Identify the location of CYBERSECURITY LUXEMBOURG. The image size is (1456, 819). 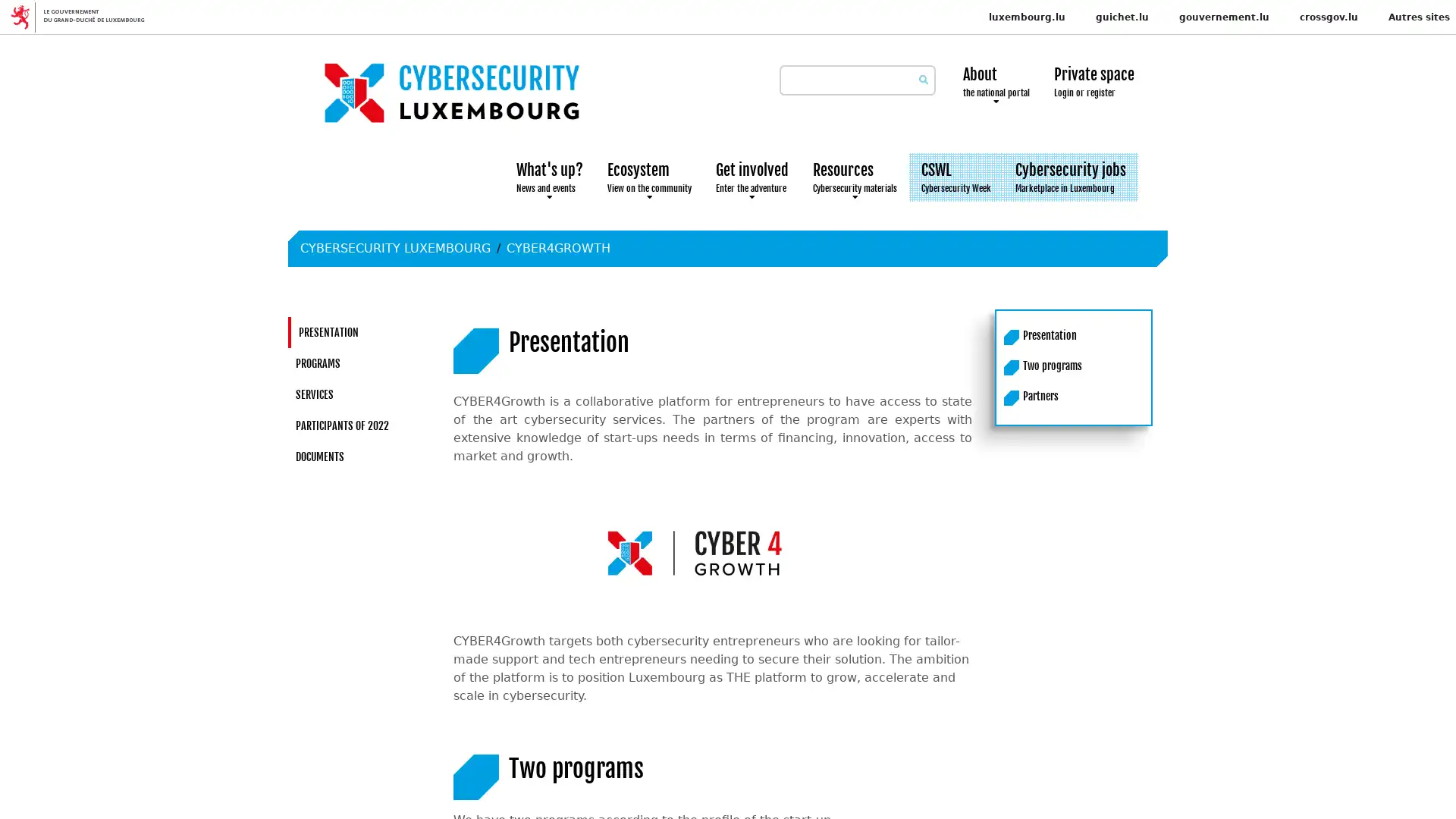
(395, 247).